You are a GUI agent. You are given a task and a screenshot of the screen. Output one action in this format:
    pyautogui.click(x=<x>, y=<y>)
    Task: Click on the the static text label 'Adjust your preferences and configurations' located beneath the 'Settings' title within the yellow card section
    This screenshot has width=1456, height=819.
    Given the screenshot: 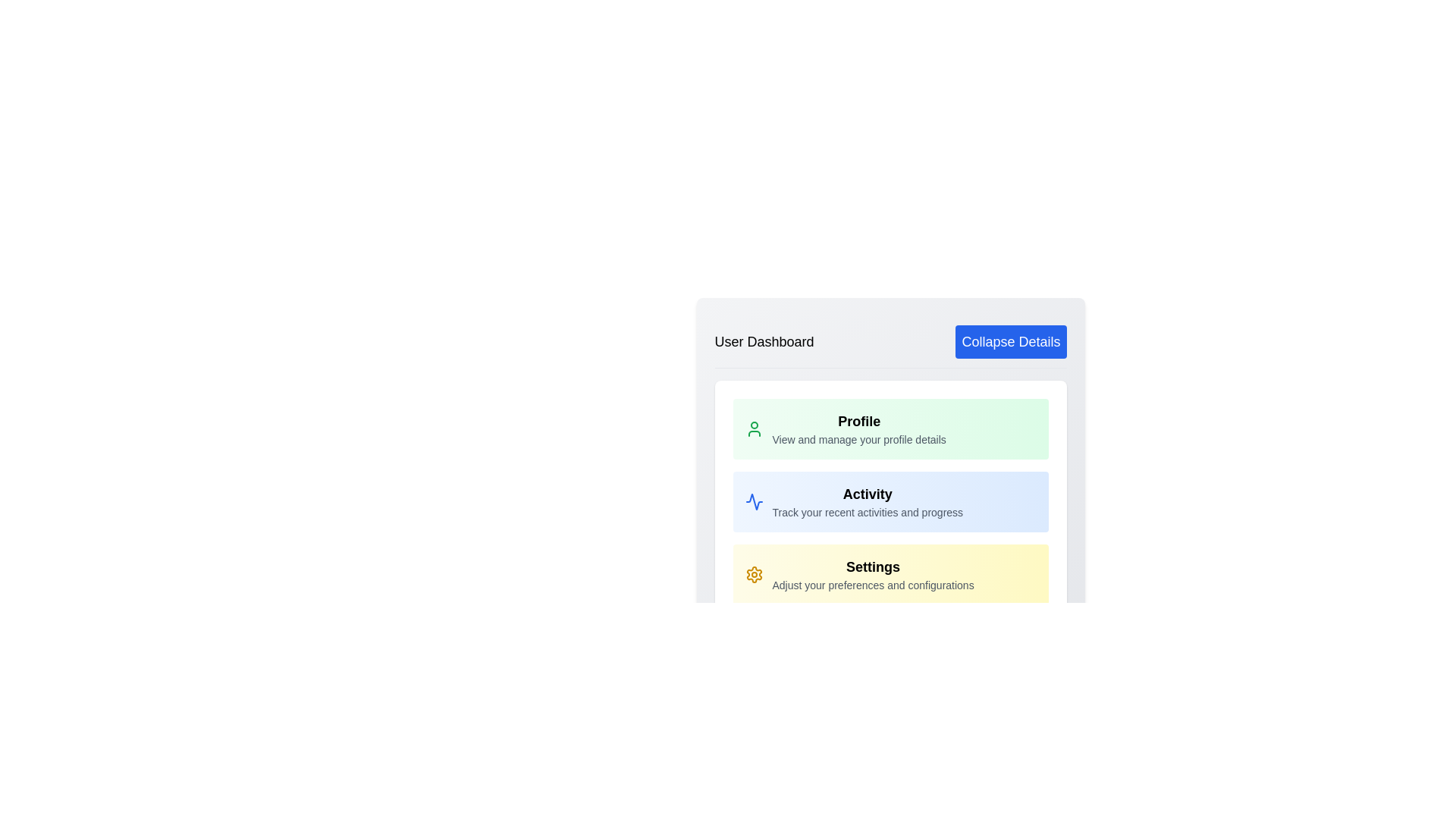 What is the action you would take?
    pyautogui.click(x=873, y=584)
    